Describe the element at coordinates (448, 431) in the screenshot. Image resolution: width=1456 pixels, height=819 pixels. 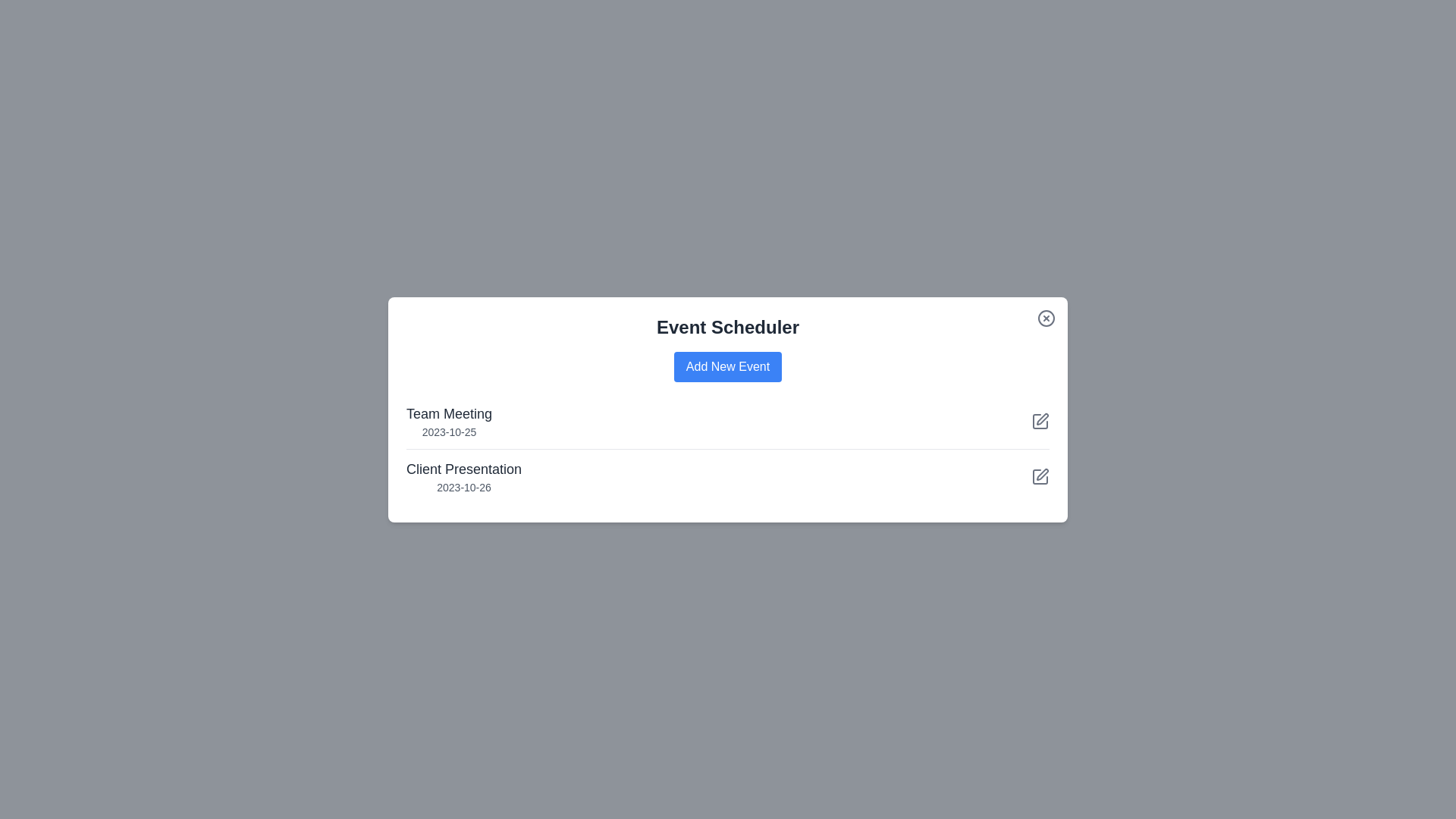
I see `the static text label that displays the date associated with the 'Team Meeting', positioned below the event heading` at that location.